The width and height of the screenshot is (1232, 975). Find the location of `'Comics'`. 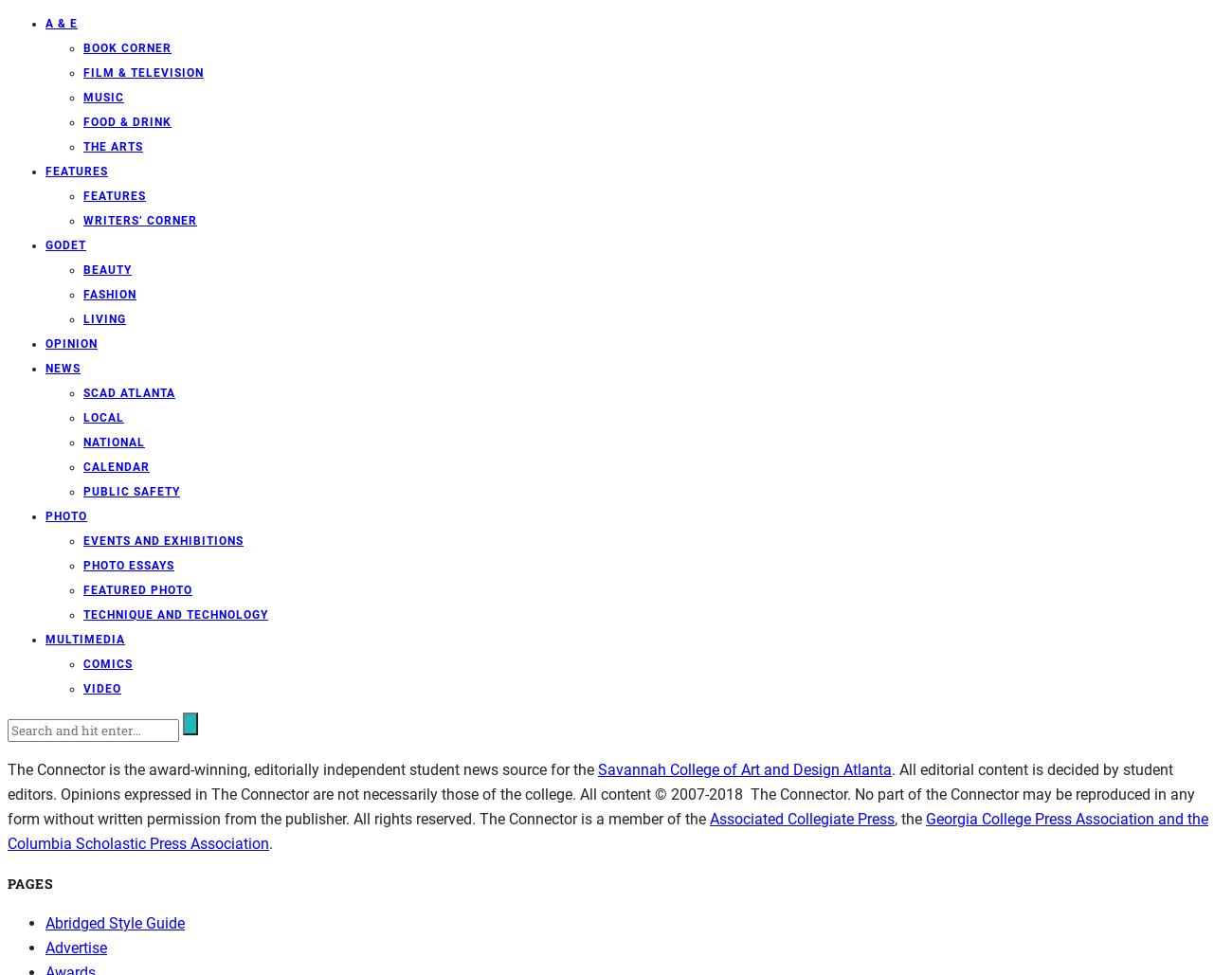

'Comics' is located at coordinates (107, 662).